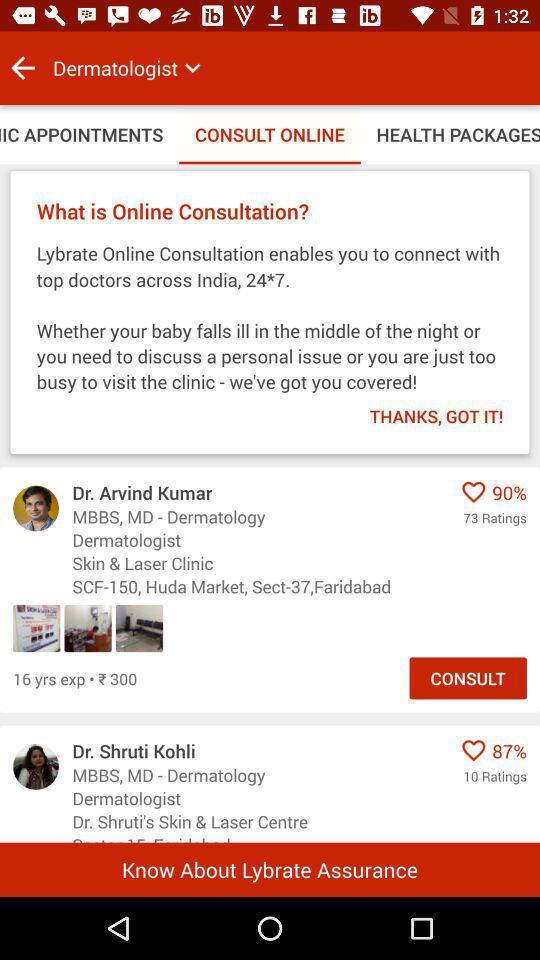  Describe the element at coordinates (270, 868) in the screenshot. I see `know about lybrate` at that location.